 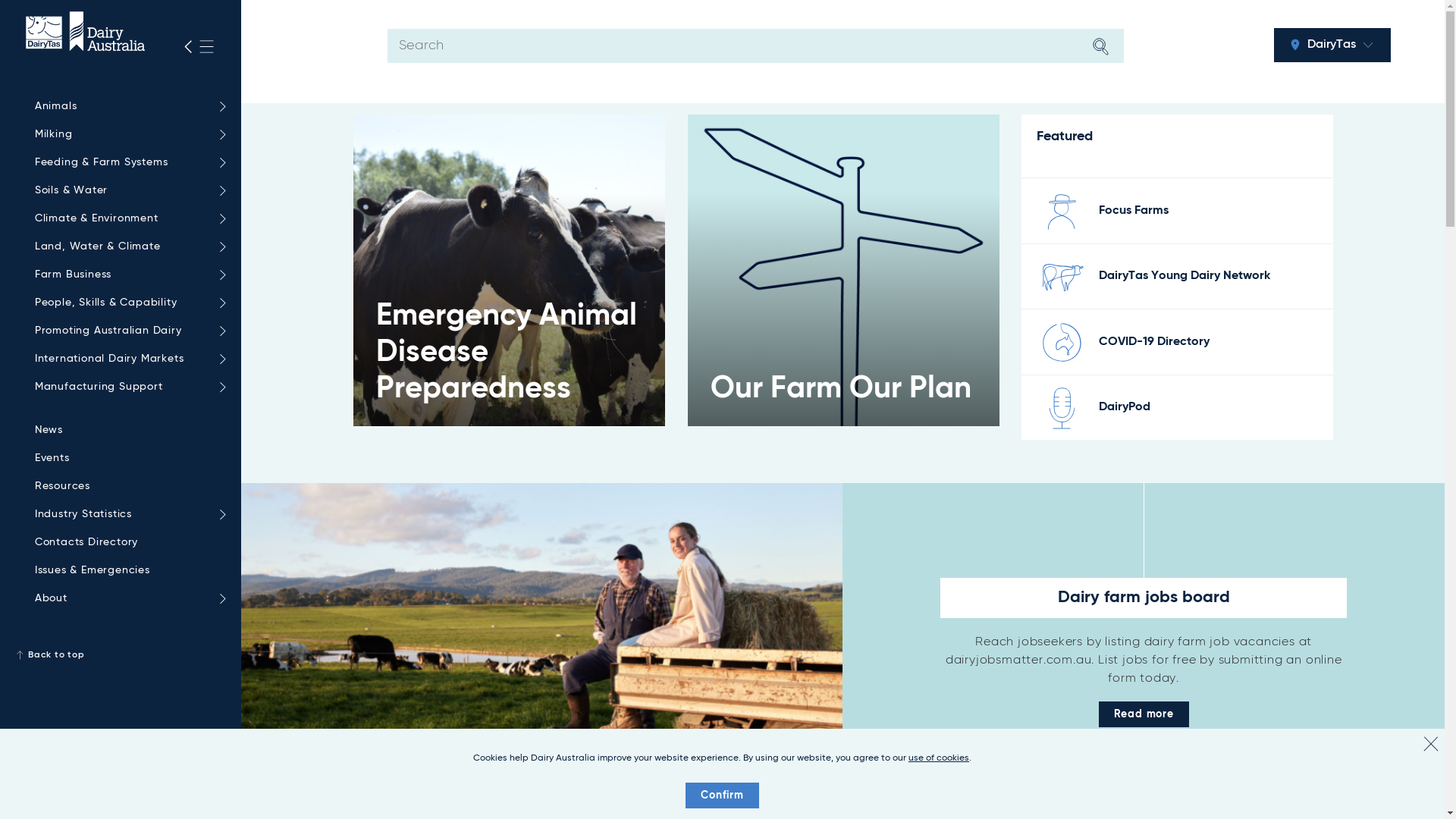 What do you see at coordinates (721, 795) in the screenshot?
I see `'Confirm'` at bounding box center [721, 795].